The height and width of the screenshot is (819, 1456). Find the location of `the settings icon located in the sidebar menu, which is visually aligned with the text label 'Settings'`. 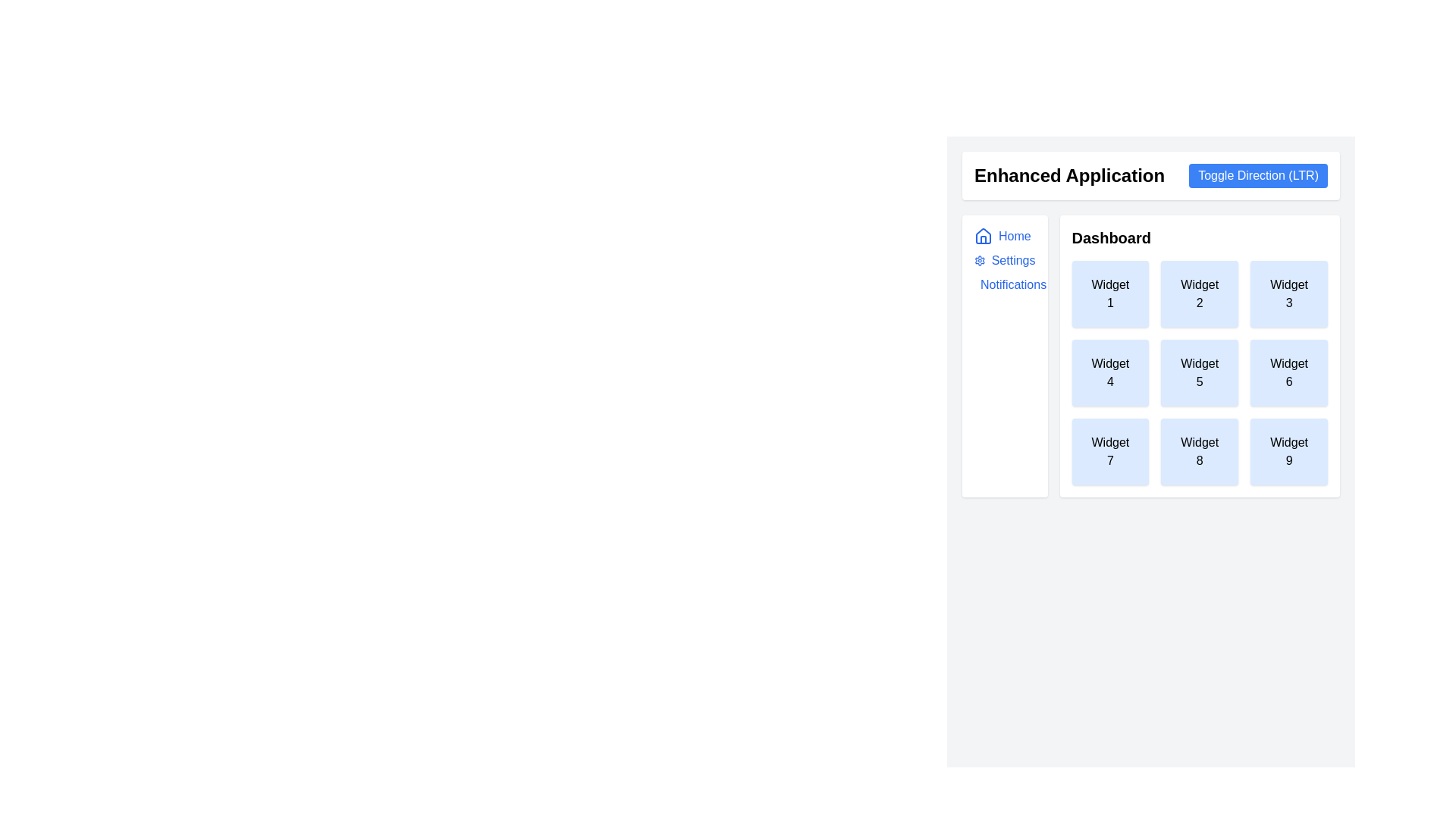

the settings icon located in the sidebar menu, which is visually aligned with the text label 'Settings' is located at coordinates (980, 259).